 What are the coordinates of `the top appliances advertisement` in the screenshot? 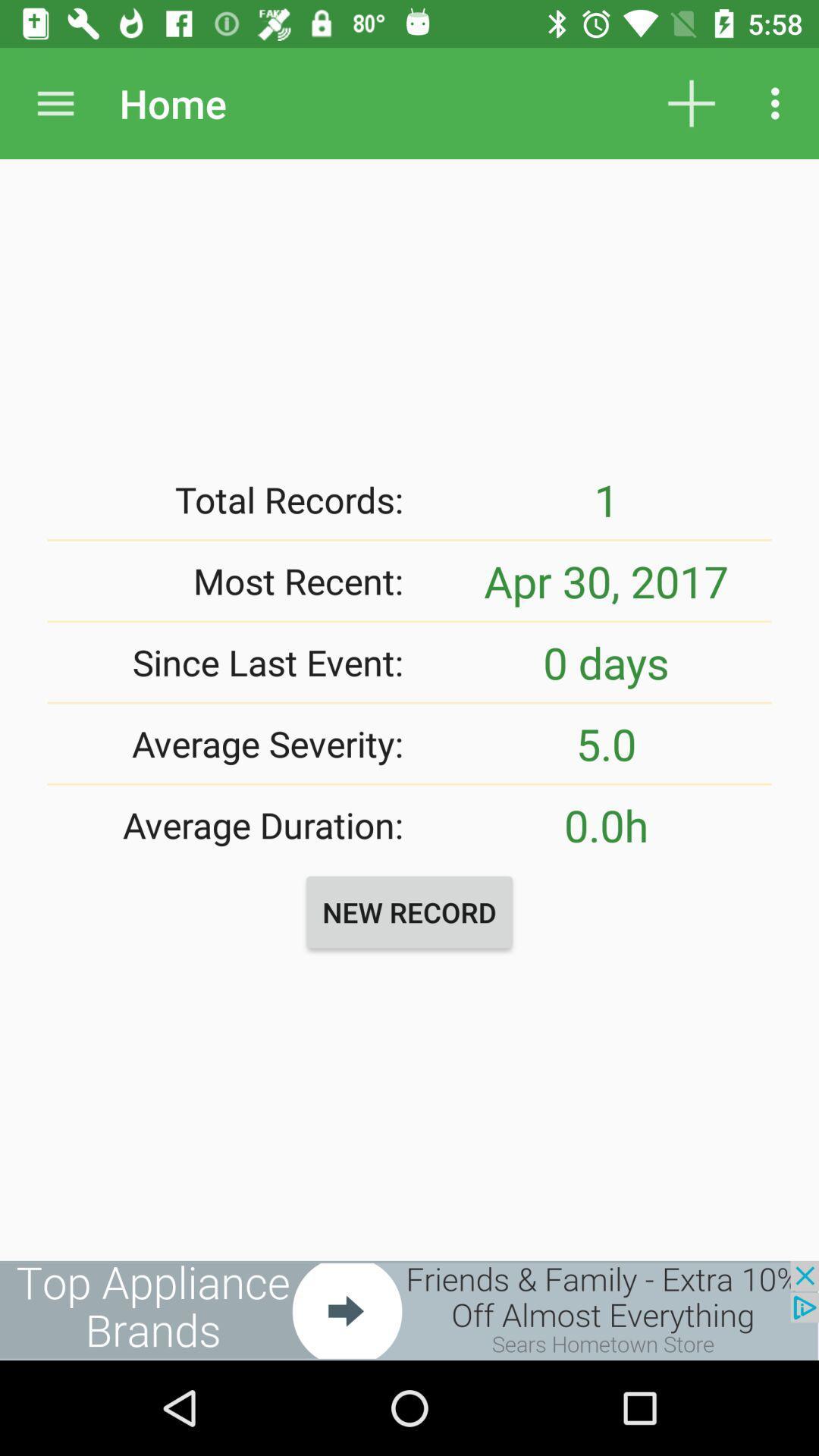 It's located at (409, 1310).